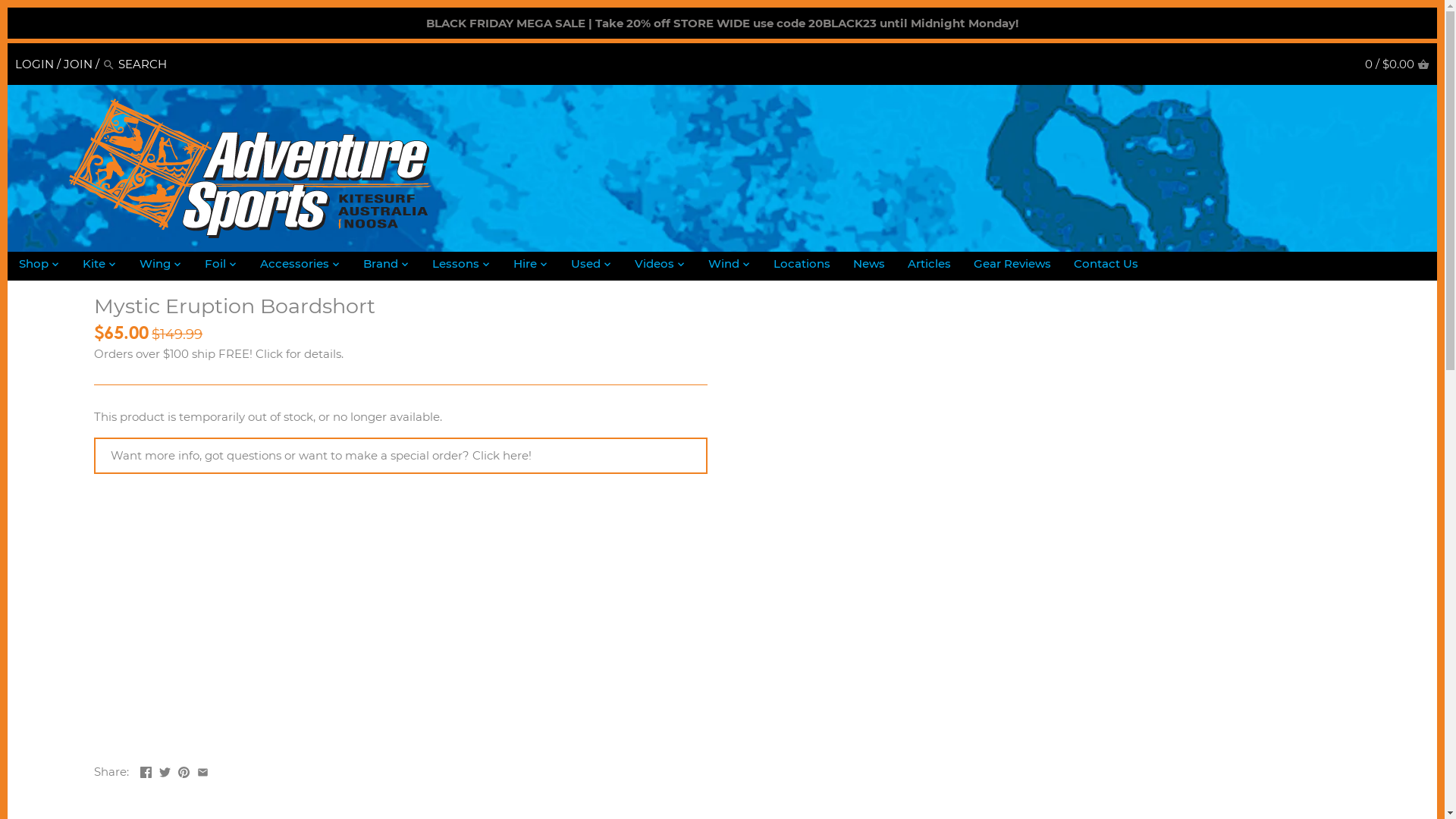  I want to click on 'Wind', so click(723, 265).